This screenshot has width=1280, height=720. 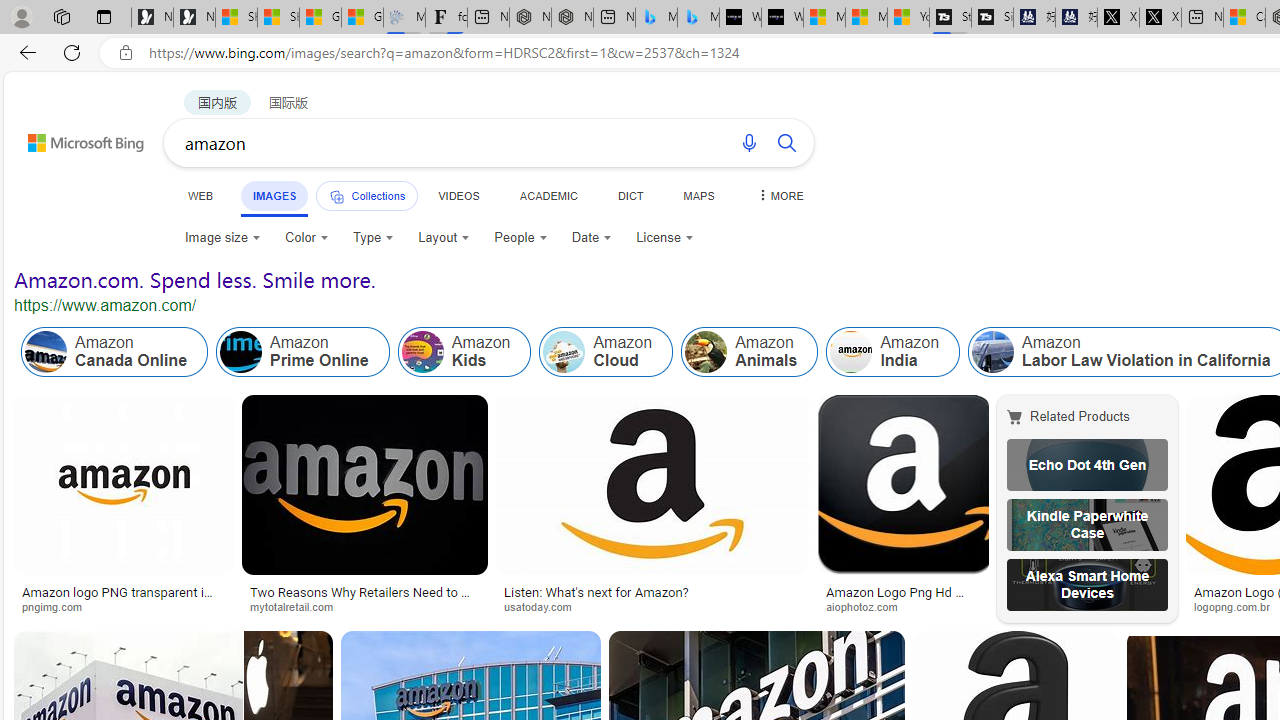 What do you see at coordinates (222, 236) in the screenshot?
I see `'Image size'` at bounding box center [222, 236].